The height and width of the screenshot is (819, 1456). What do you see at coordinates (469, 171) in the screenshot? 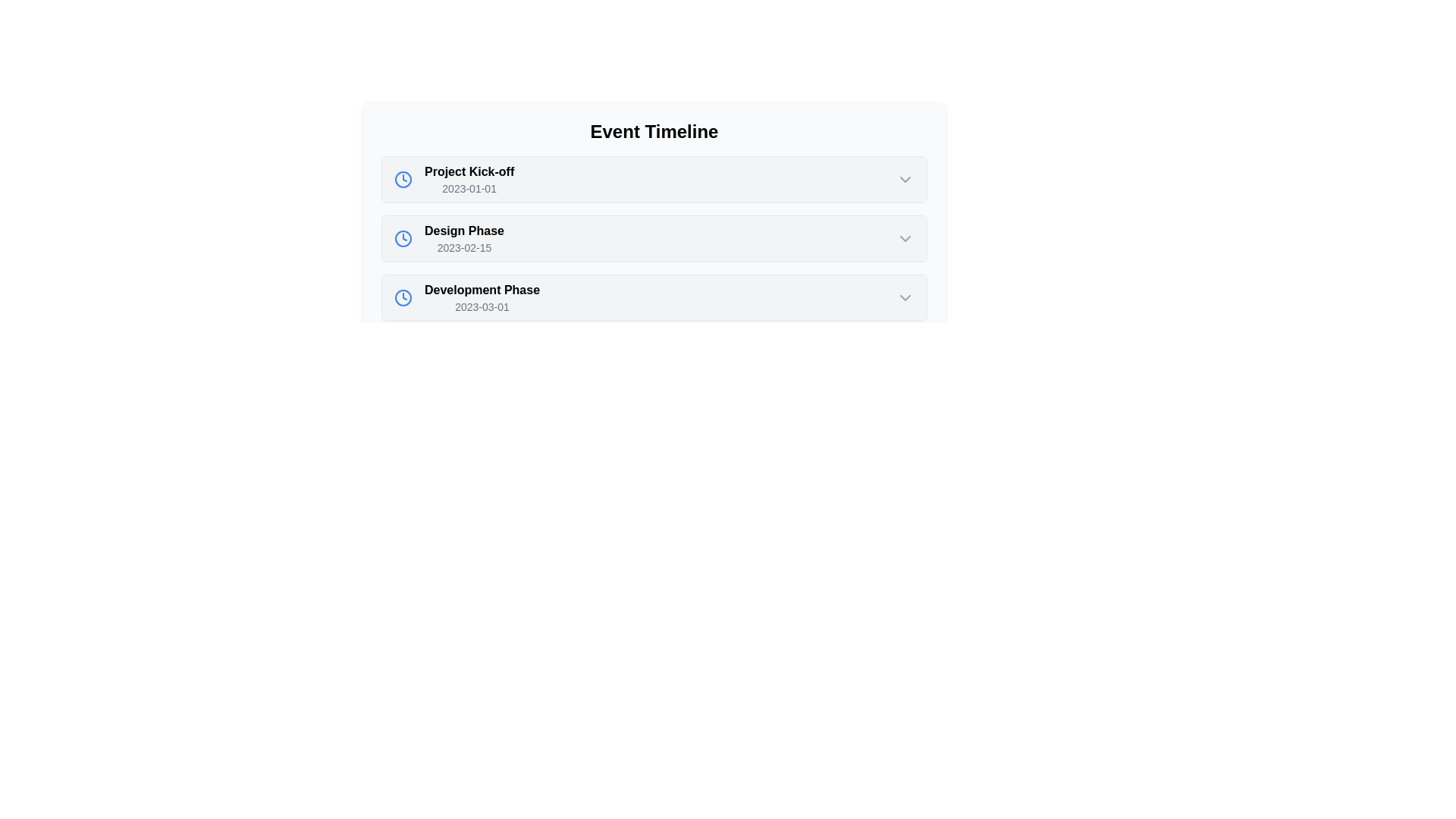
I see `the text label displaying 'Project Kick-off' that is located above the date '2023-01-01' in the 'Event Timeline' section` at bounding box center [469, 171].